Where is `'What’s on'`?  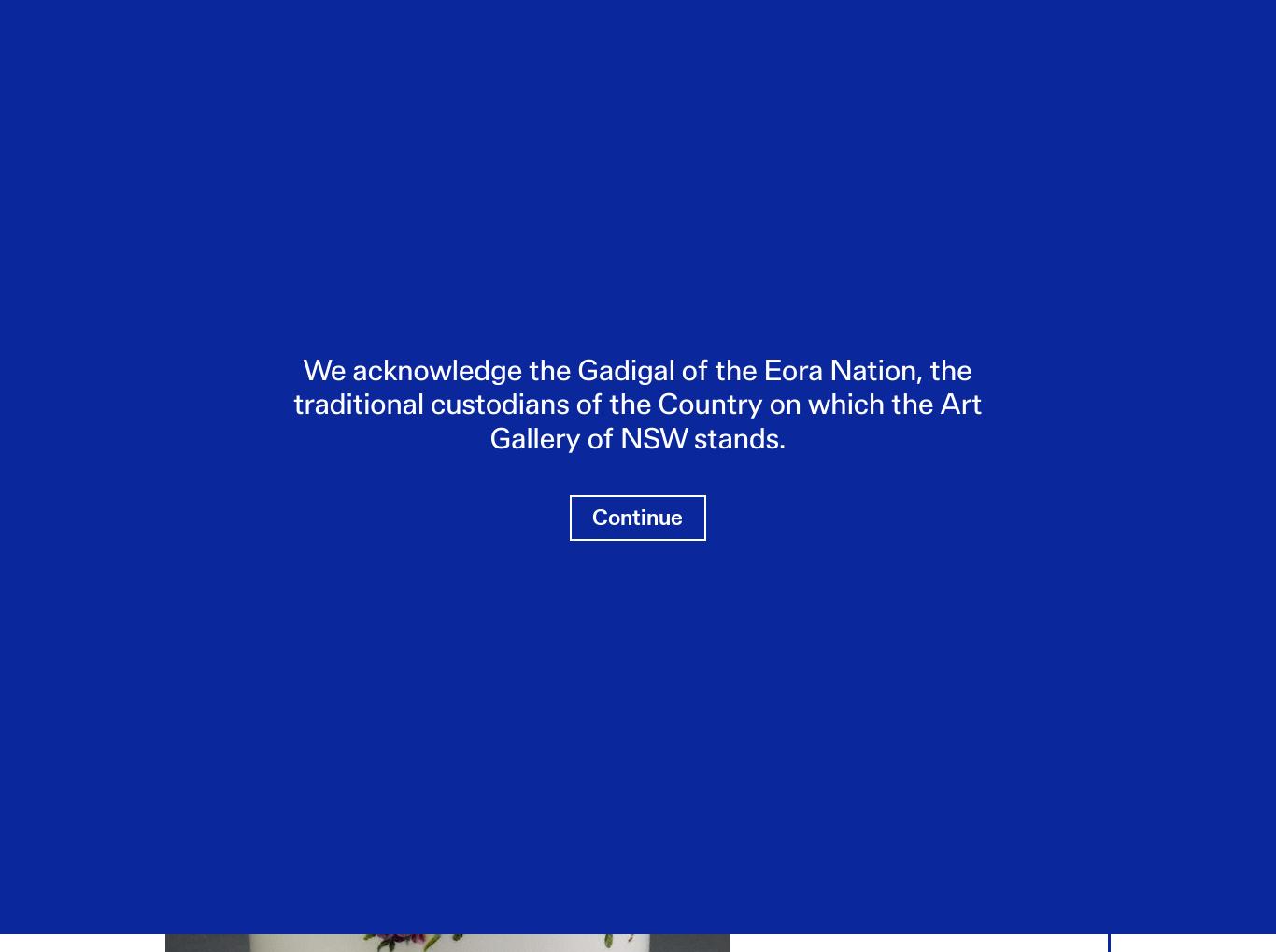 'What’s on' is located at coordinates (104, 59).